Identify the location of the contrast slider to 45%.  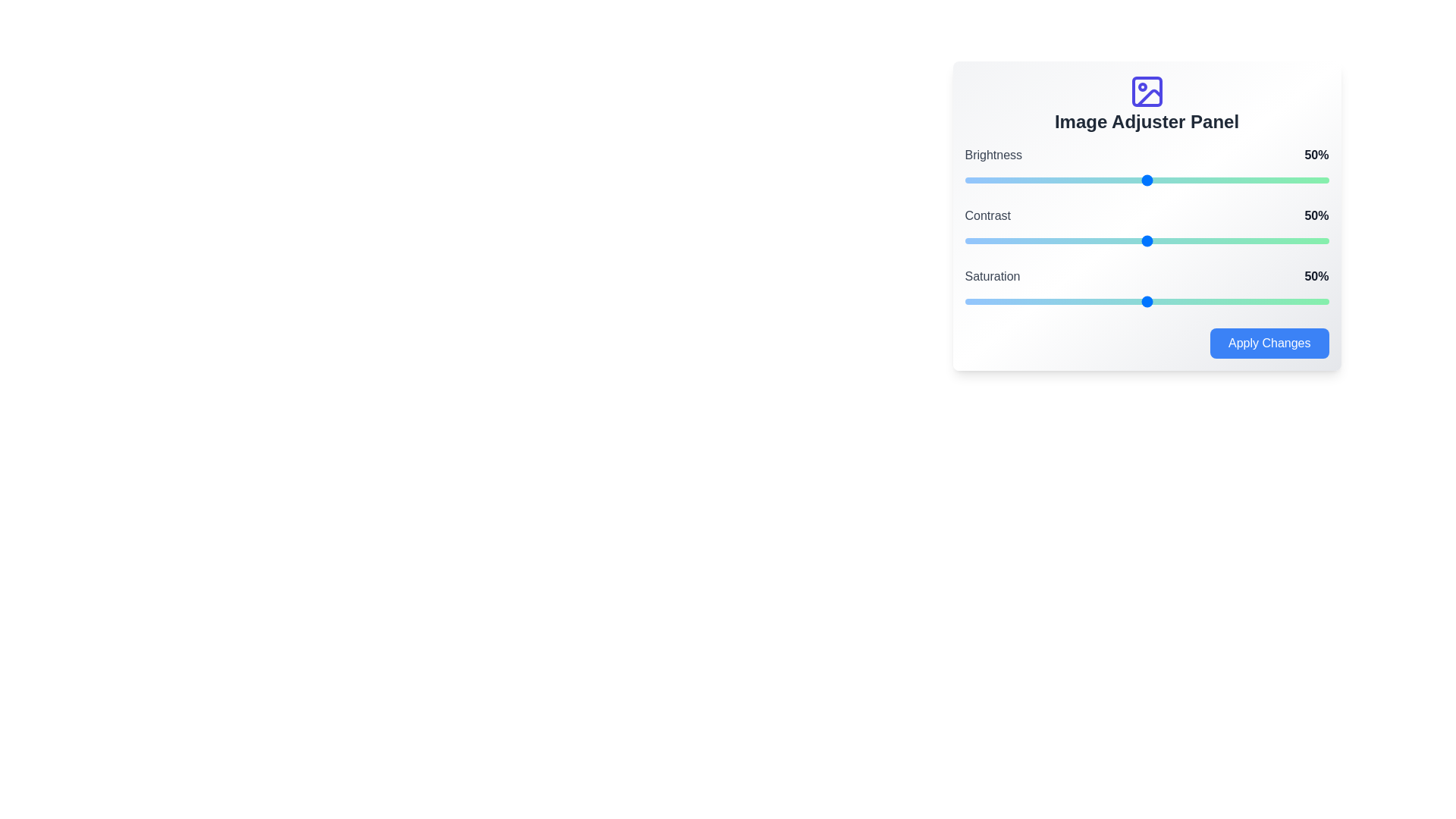
(1128, 240).